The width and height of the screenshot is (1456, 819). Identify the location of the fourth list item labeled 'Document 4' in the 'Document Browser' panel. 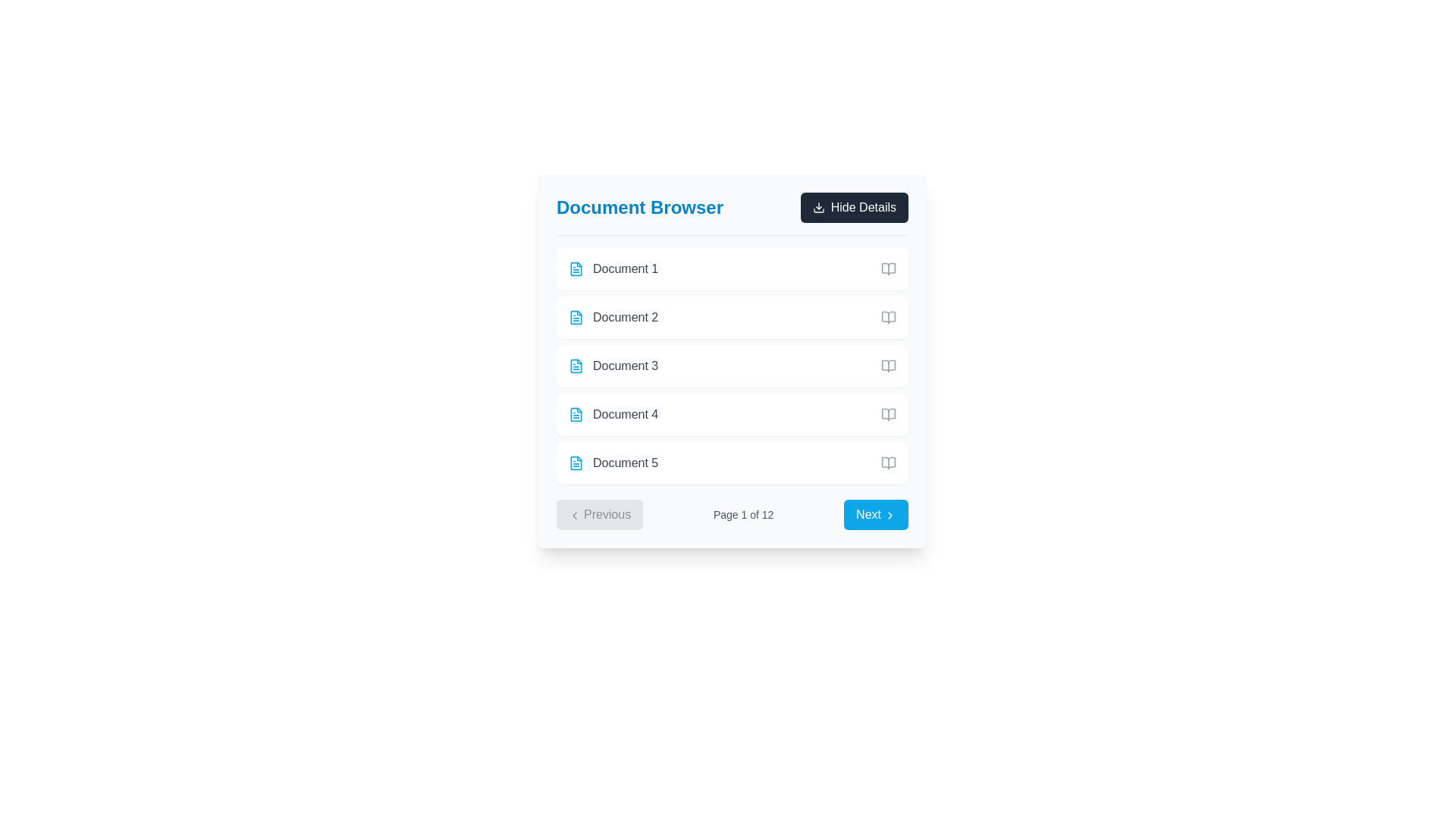
(613, 415).